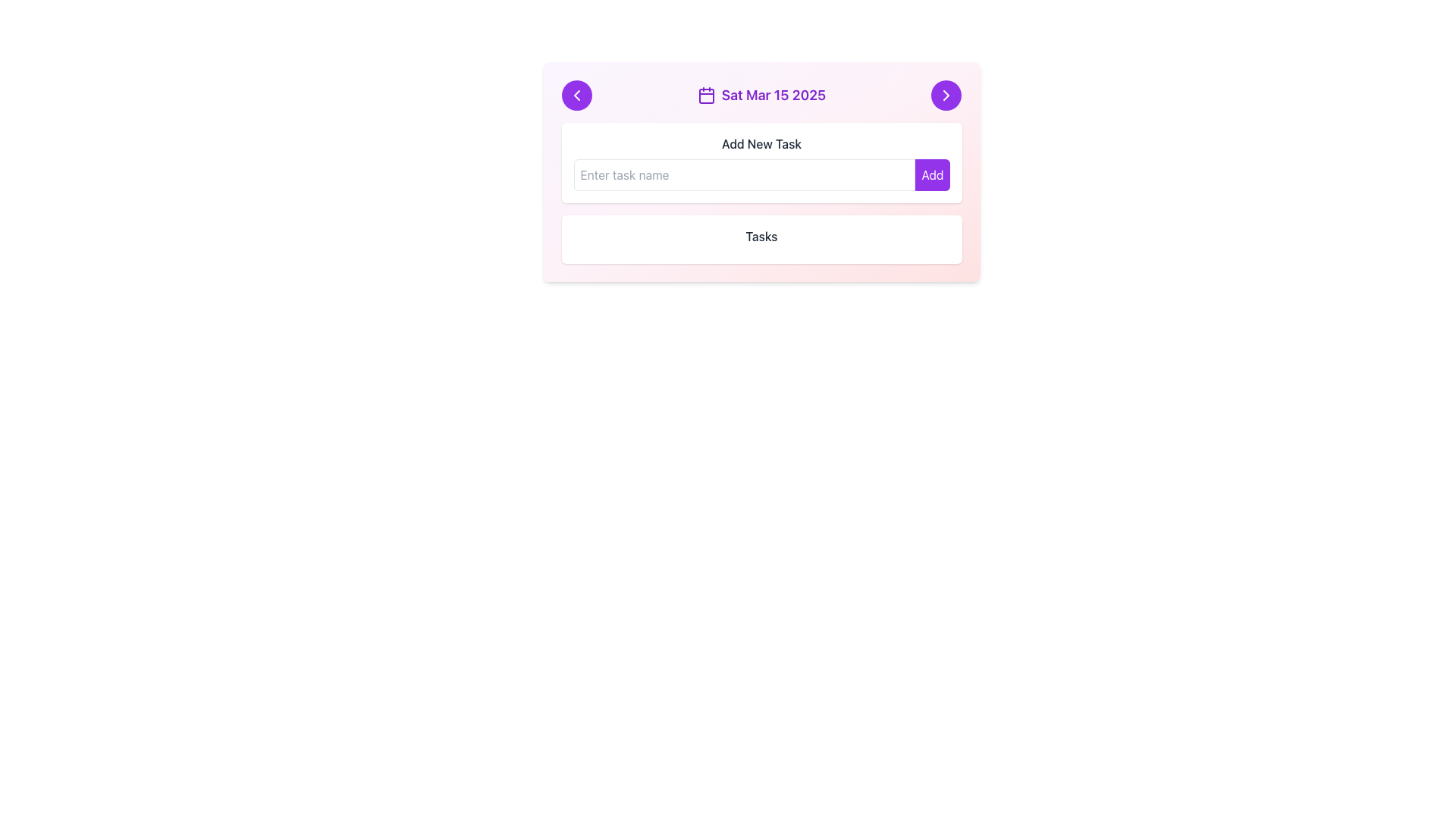 The image size is (1456, 819). What do you see at coordinates (931, 174) in the screenshot?
I see `the purple 'Add' button with white text located in the 'Add New Task' section to change its color` at bounding box center [931, 174].